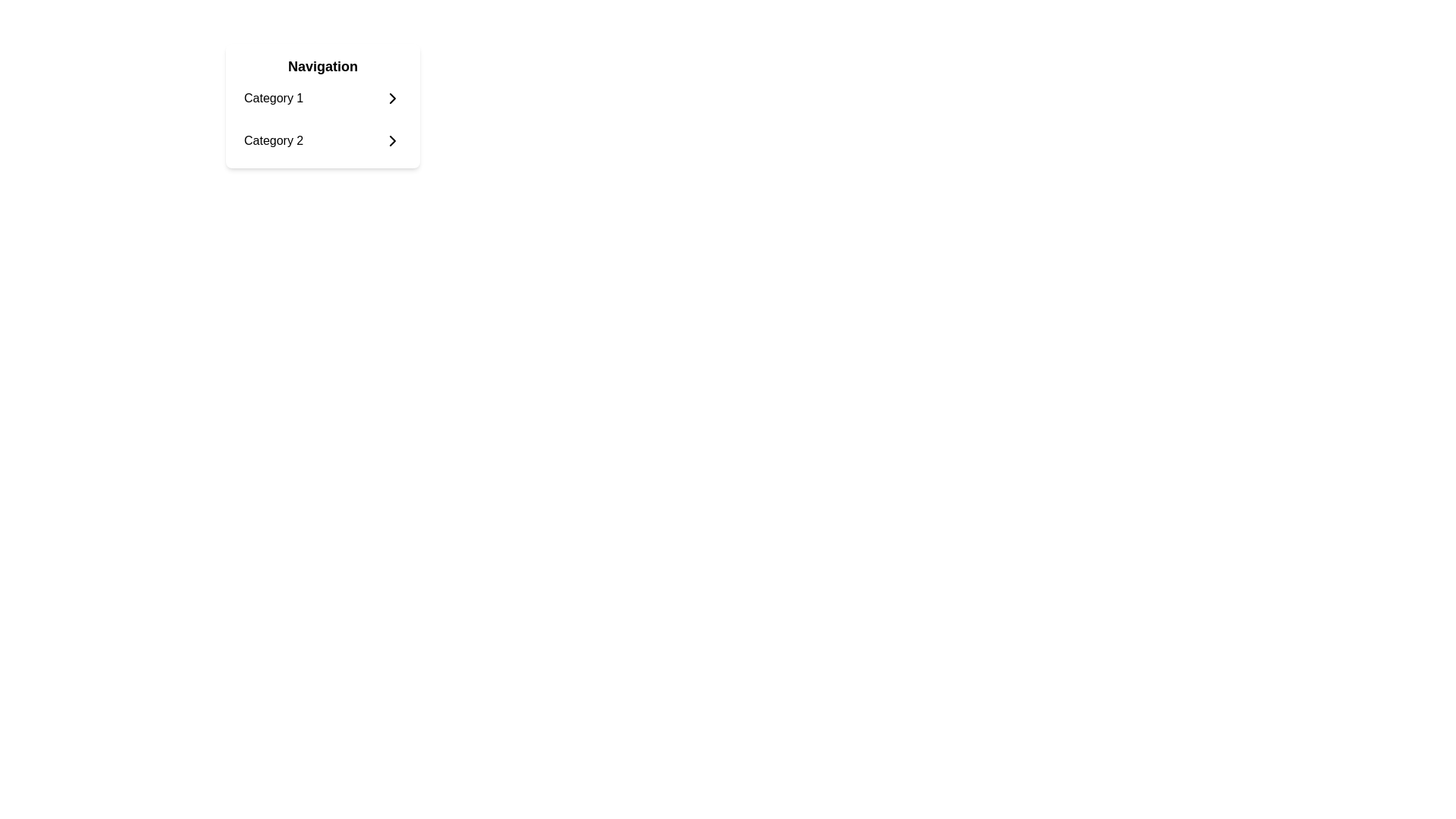  Describe the element at coordinates (393, 140) in the screenshot. I see `the navigation icon for 'Category 2'` at that location.